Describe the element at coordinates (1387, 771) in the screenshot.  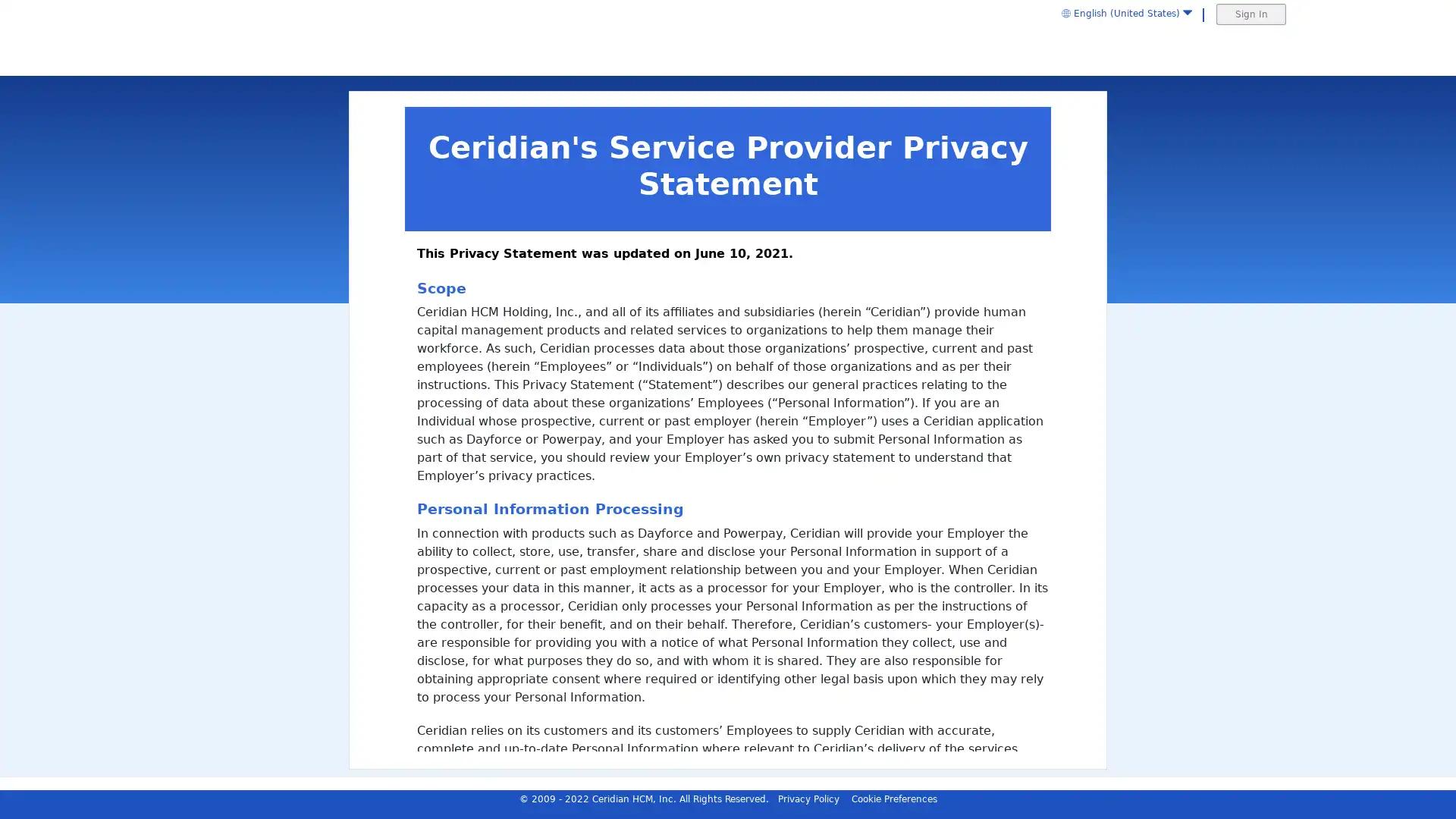
I see `Accept` at that location.